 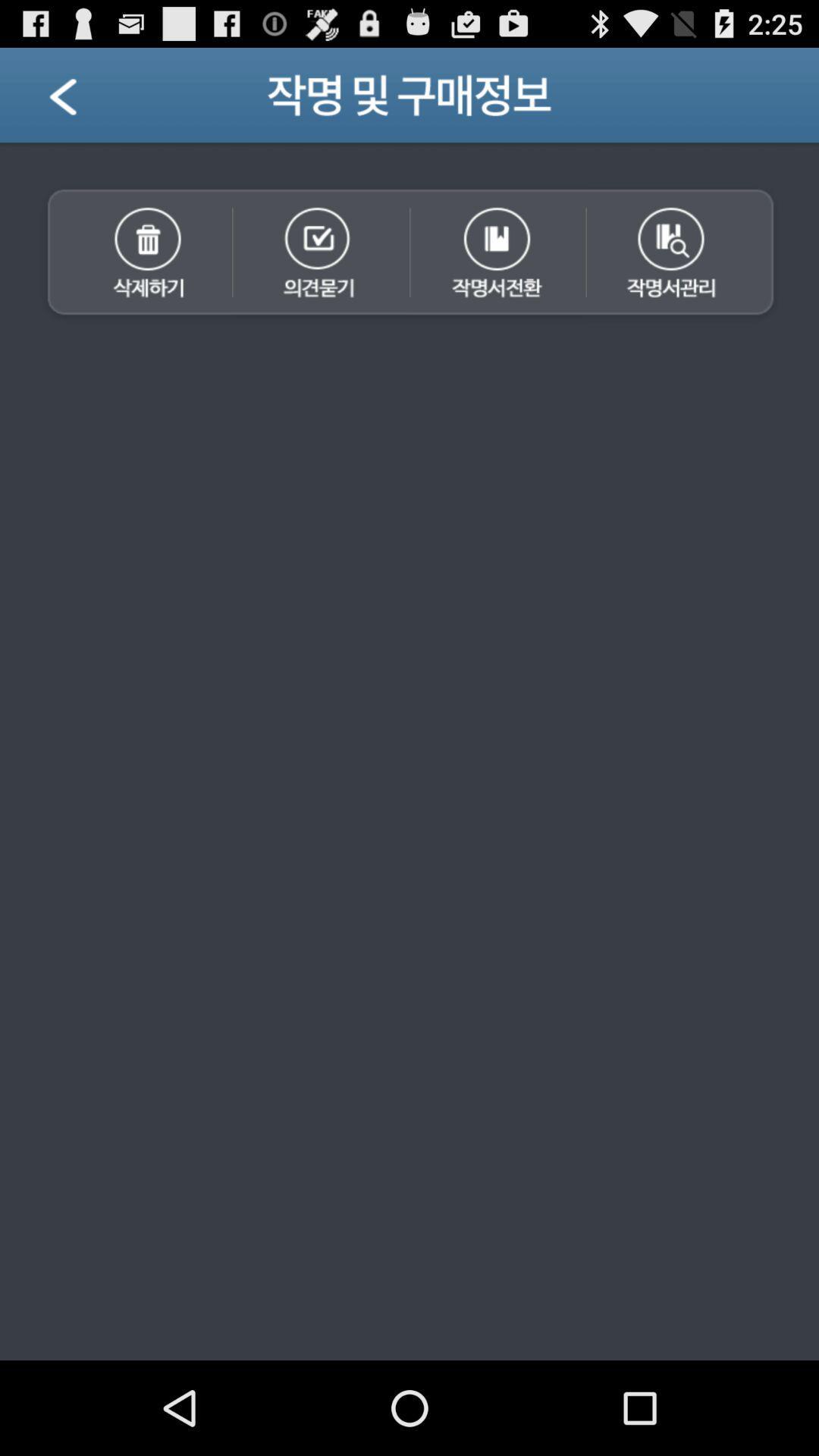 I want to click on search option, so click(x=684, y=254).